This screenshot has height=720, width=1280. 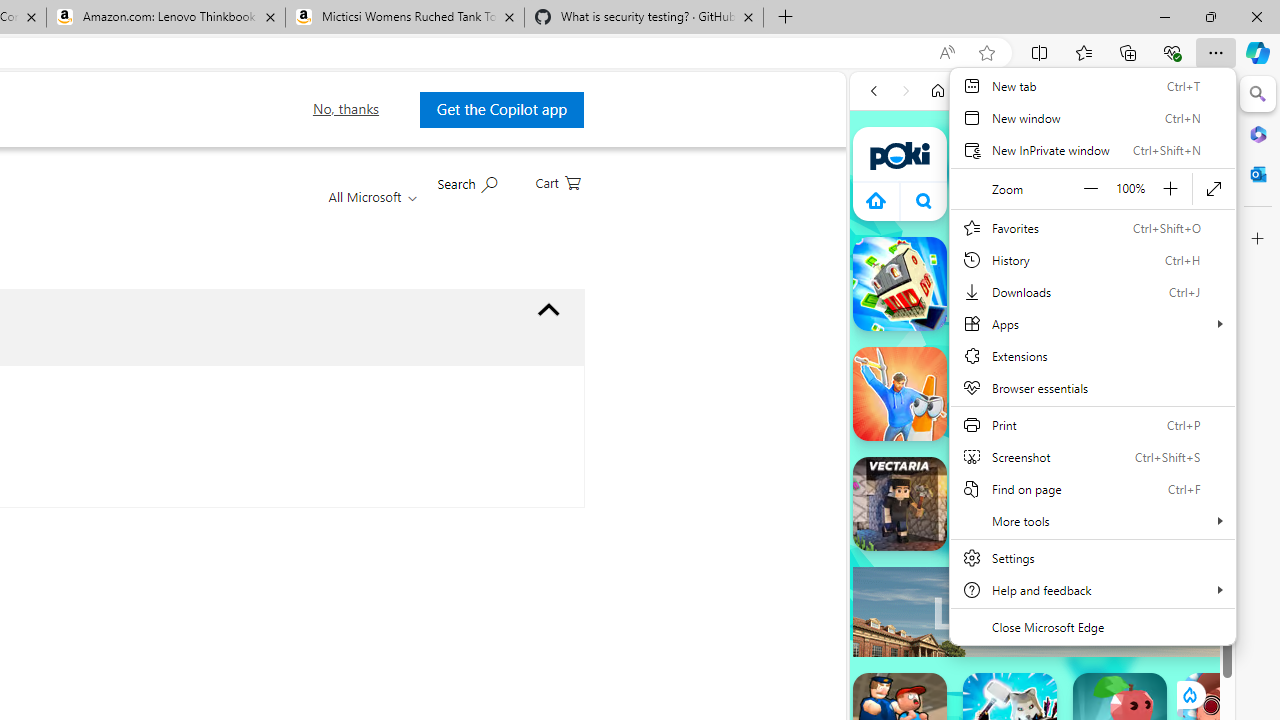 What do you see at coordinates (501, 109) in the screenshot?
I see `'Get the Copilot app '` at bounding box center [501, 109].